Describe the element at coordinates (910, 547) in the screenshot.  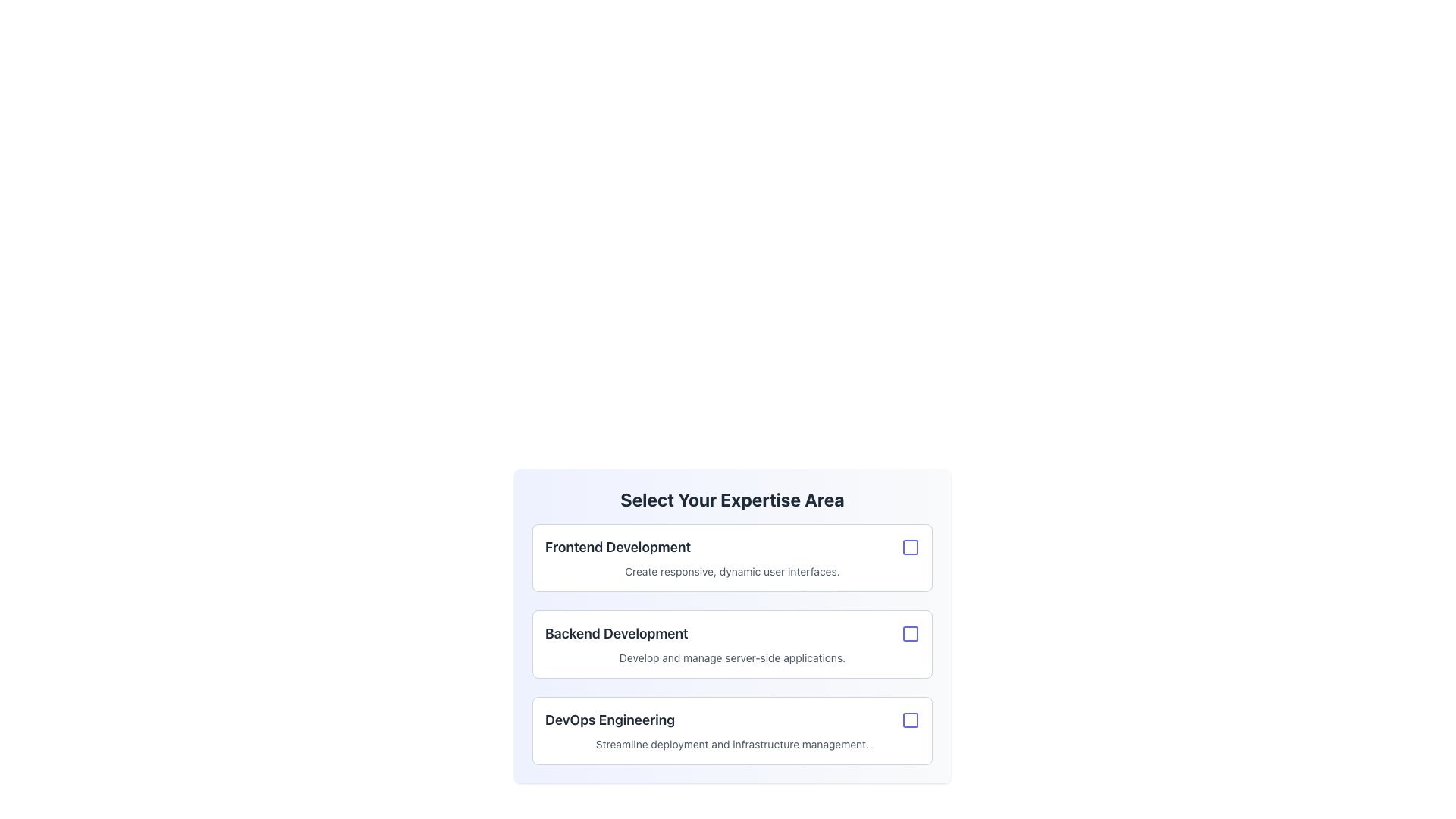
I see `the checkbox located in the 'Frontend Development' section` at that location.